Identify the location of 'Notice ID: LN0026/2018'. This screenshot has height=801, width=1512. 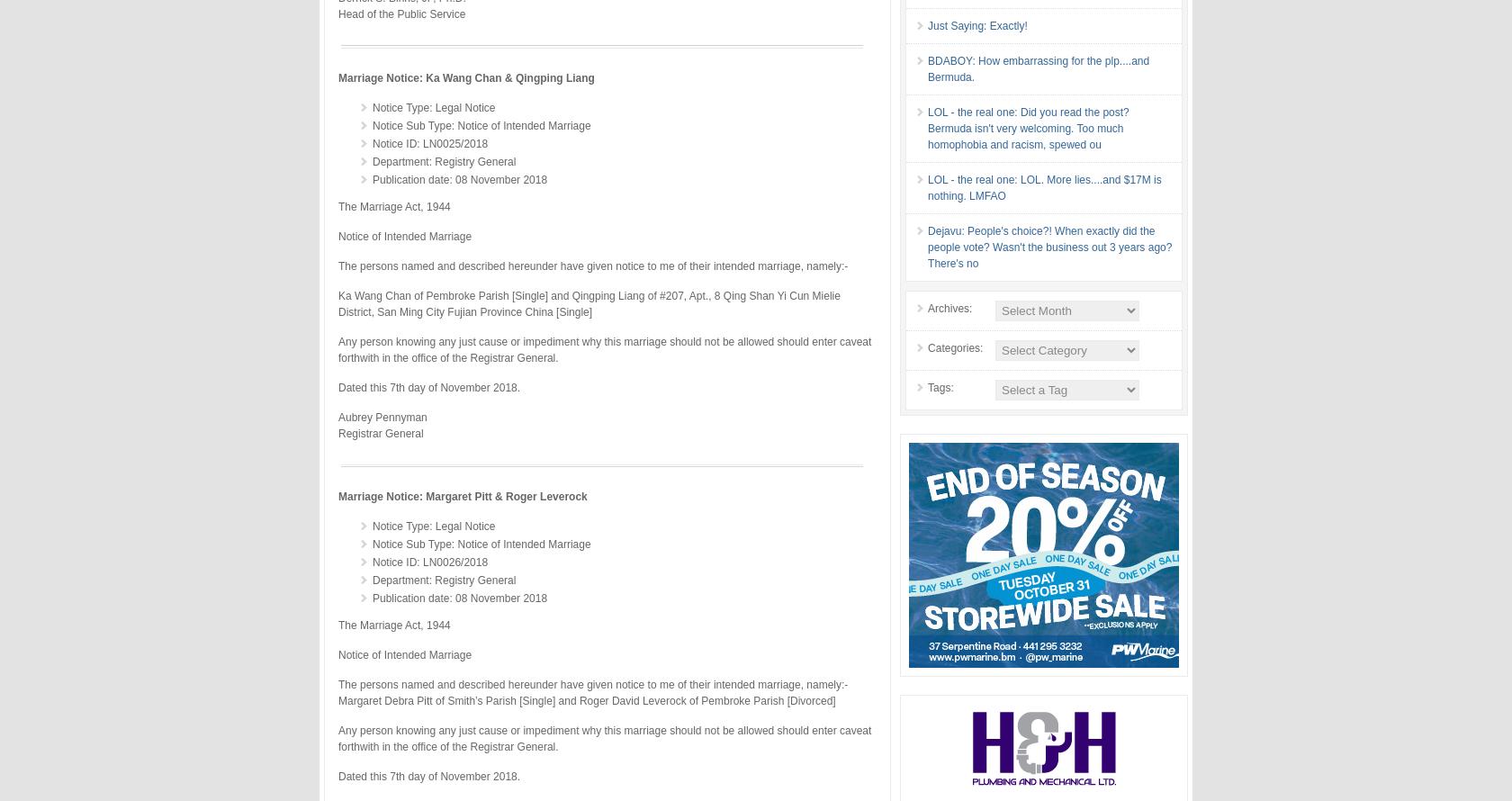
(429, 562).